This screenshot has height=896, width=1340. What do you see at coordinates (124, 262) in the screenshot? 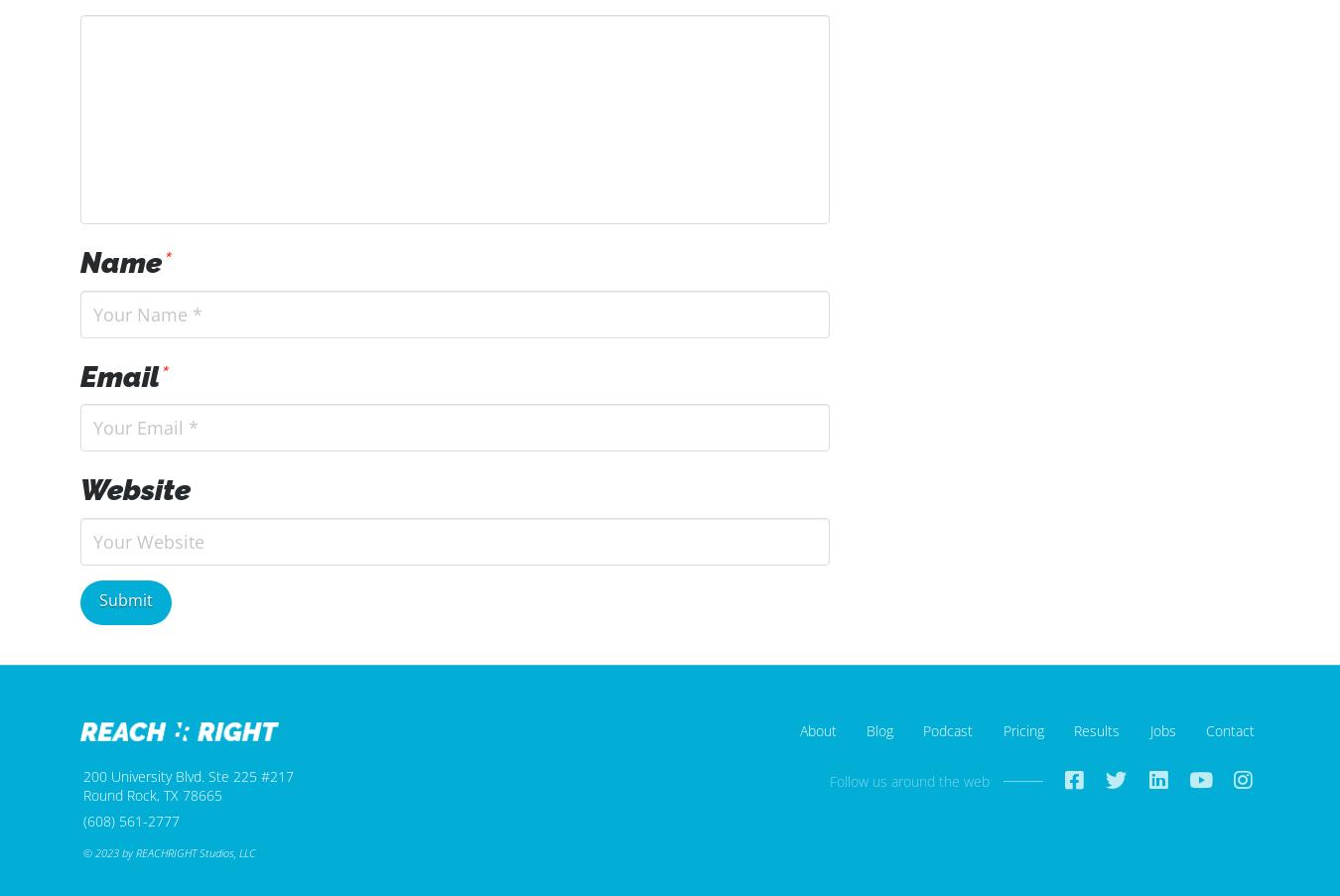
I see `'Name'` at bounding box center [124, 262].